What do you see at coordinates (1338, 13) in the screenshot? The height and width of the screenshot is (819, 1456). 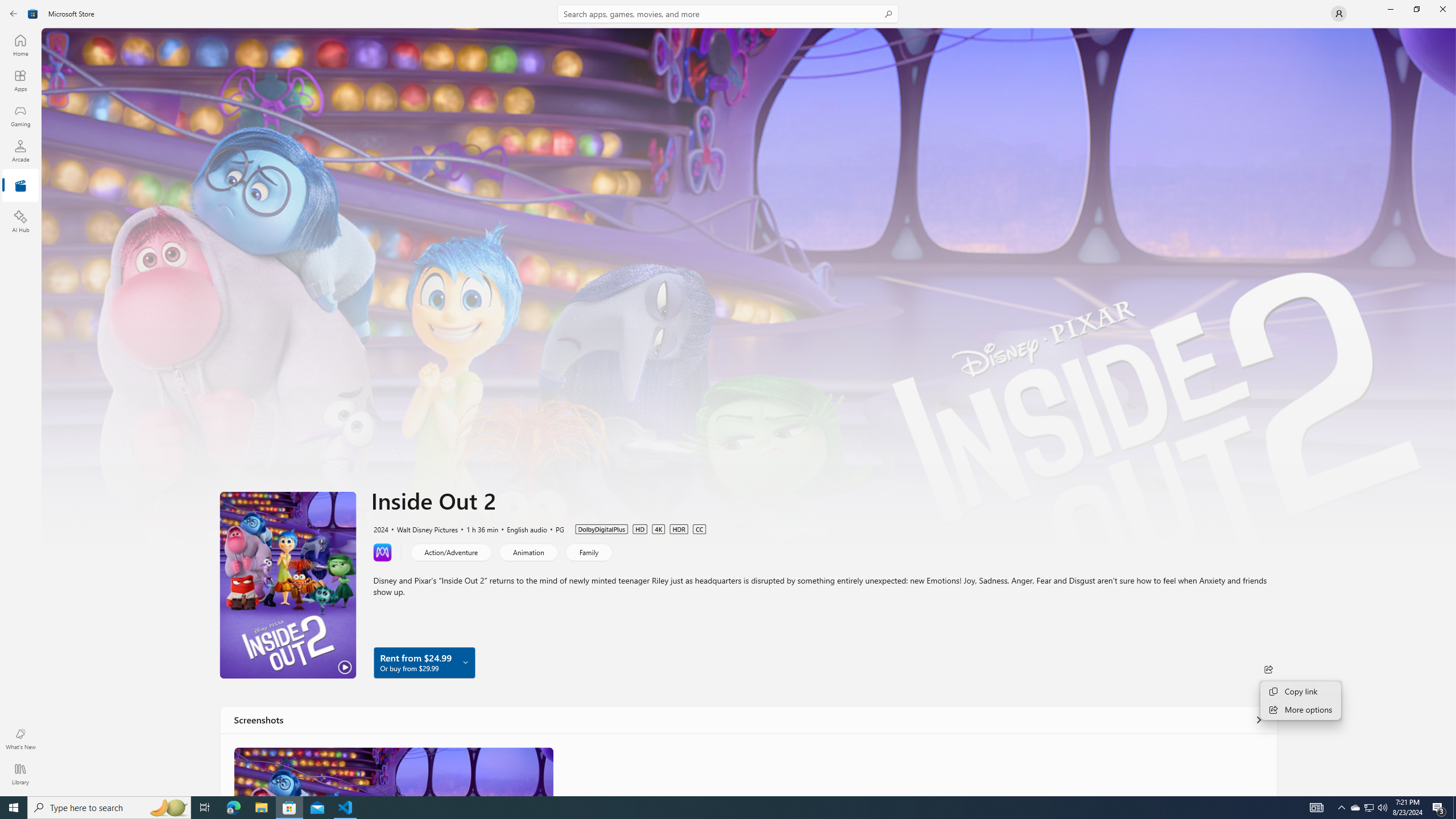 I see `'User profile'` at bounding box center [1338, 13].